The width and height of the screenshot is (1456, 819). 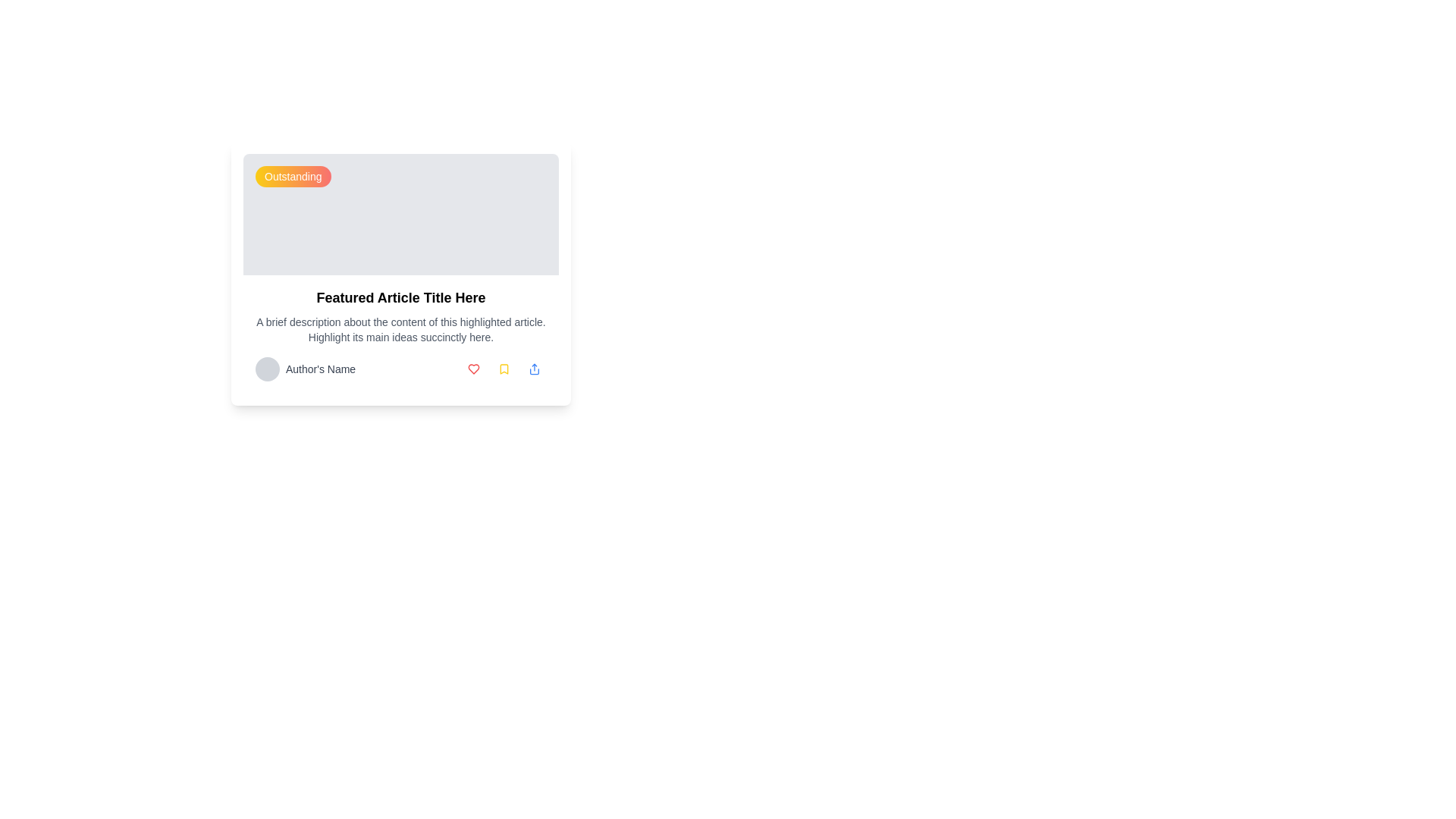 I want to click on the circular button with a blue outline and an upward arrow icon, so click(x=535, y=369).